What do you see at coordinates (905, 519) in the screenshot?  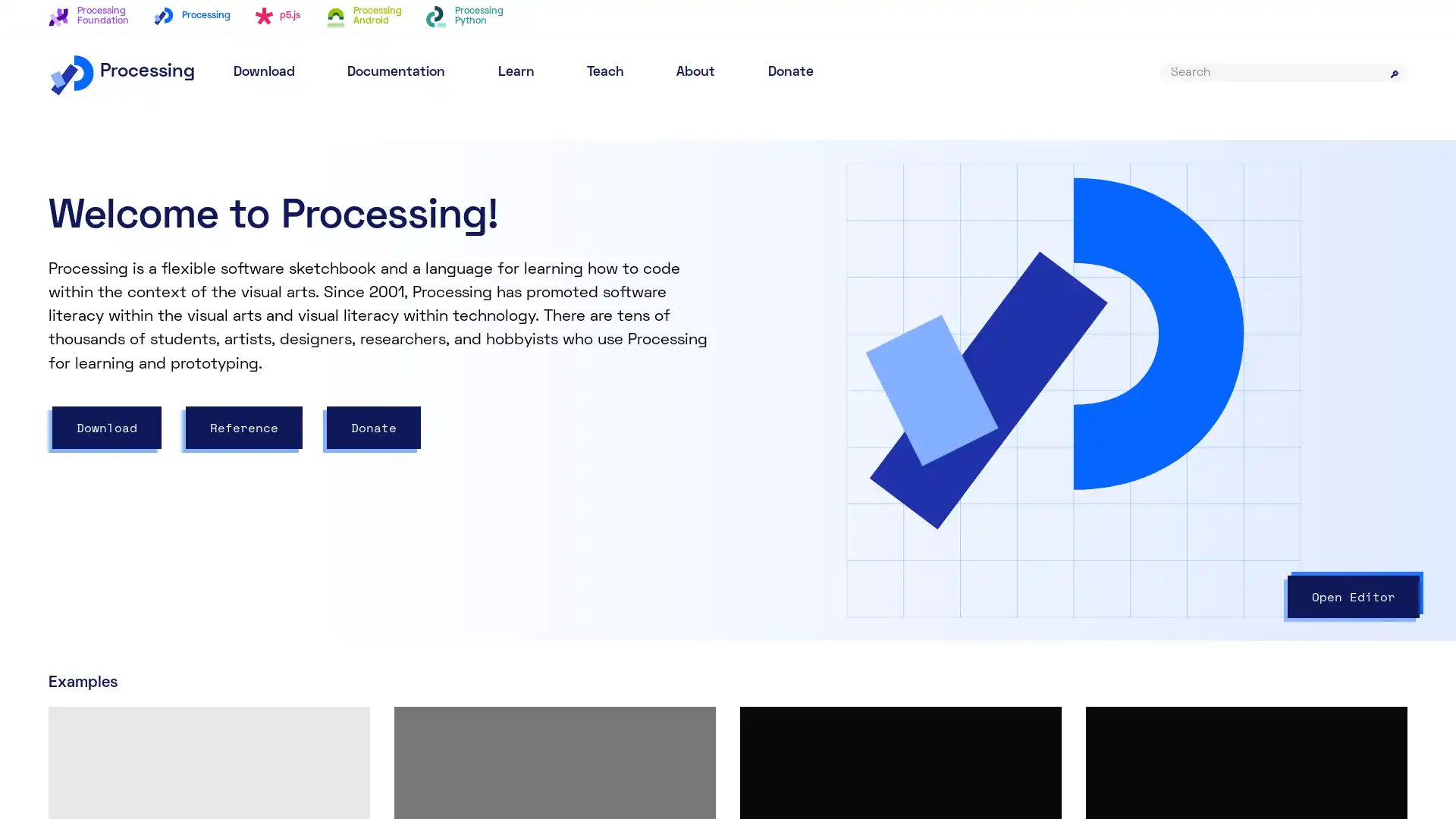 I see `change position` at bounding box center [905, 519].